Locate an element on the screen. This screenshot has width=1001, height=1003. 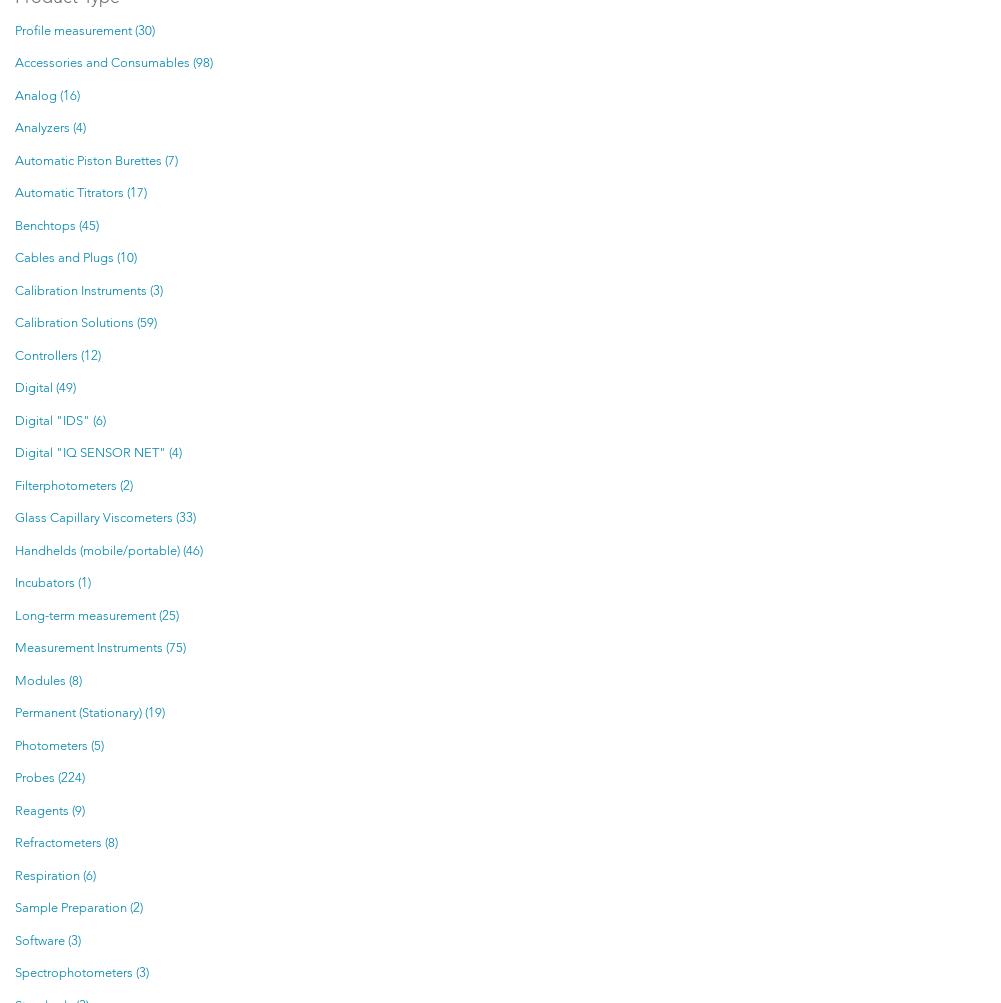
'Automatic Titrators (17)' is located at coordinates (79, 192).